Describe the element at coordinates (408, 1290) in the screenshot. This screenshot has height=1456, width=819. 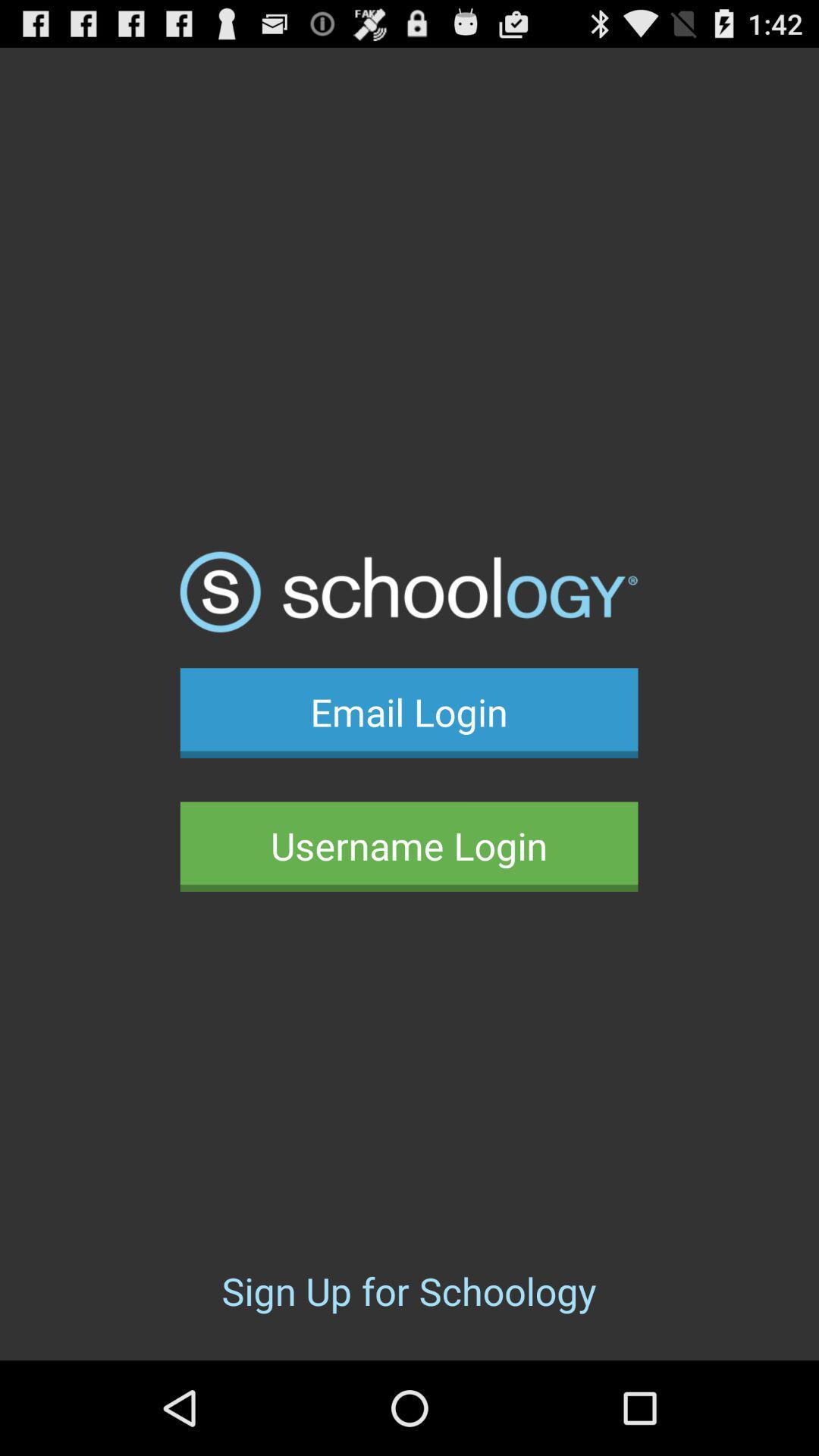
I see `icon below the username login` at that location.